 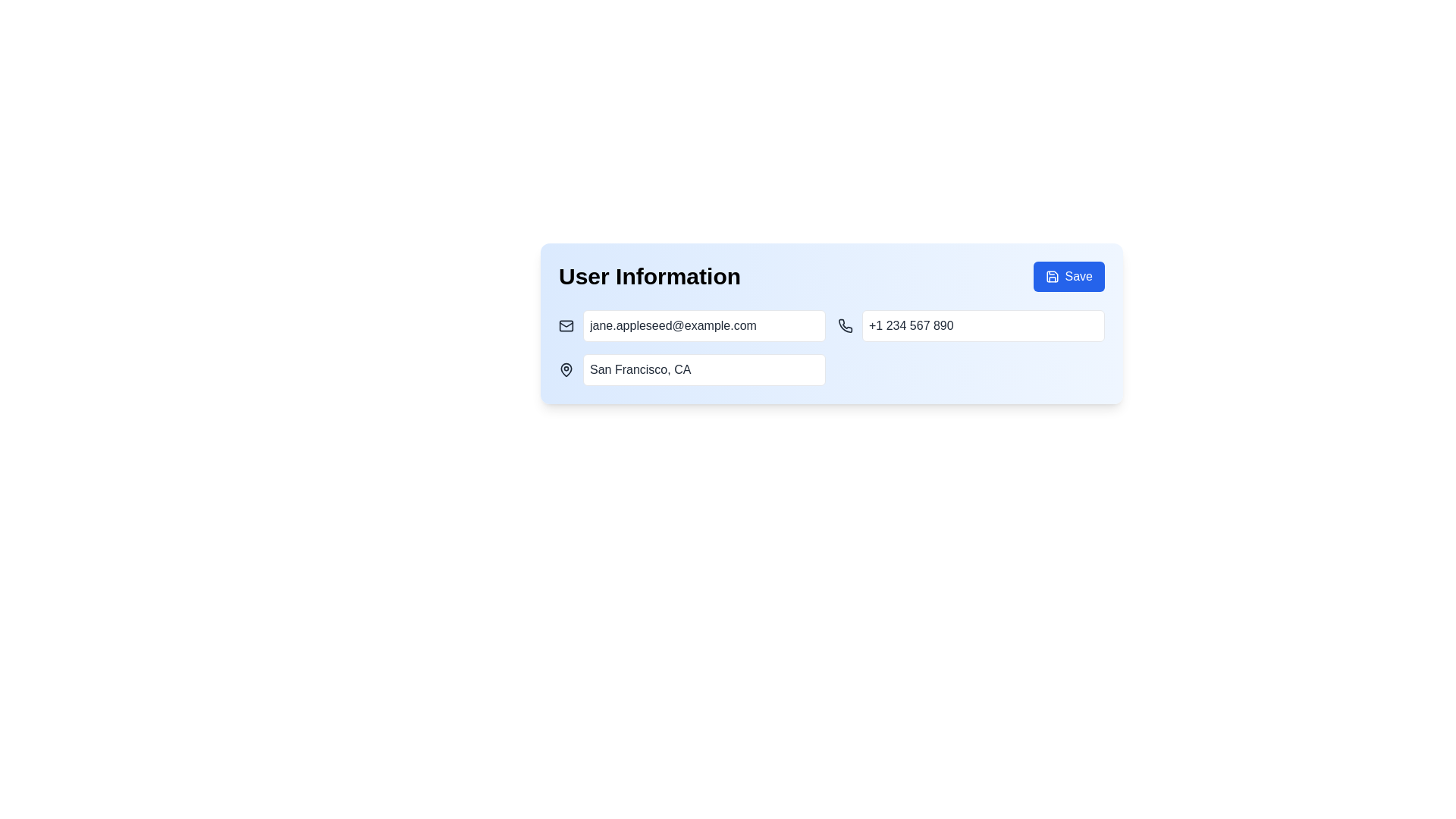 I want to click on the save icon, which is represented by an outlined folder with a downward-facing arrow, part of the 'Save' button in the top-right corner of the user information panel, so click(x=1051, y=277).